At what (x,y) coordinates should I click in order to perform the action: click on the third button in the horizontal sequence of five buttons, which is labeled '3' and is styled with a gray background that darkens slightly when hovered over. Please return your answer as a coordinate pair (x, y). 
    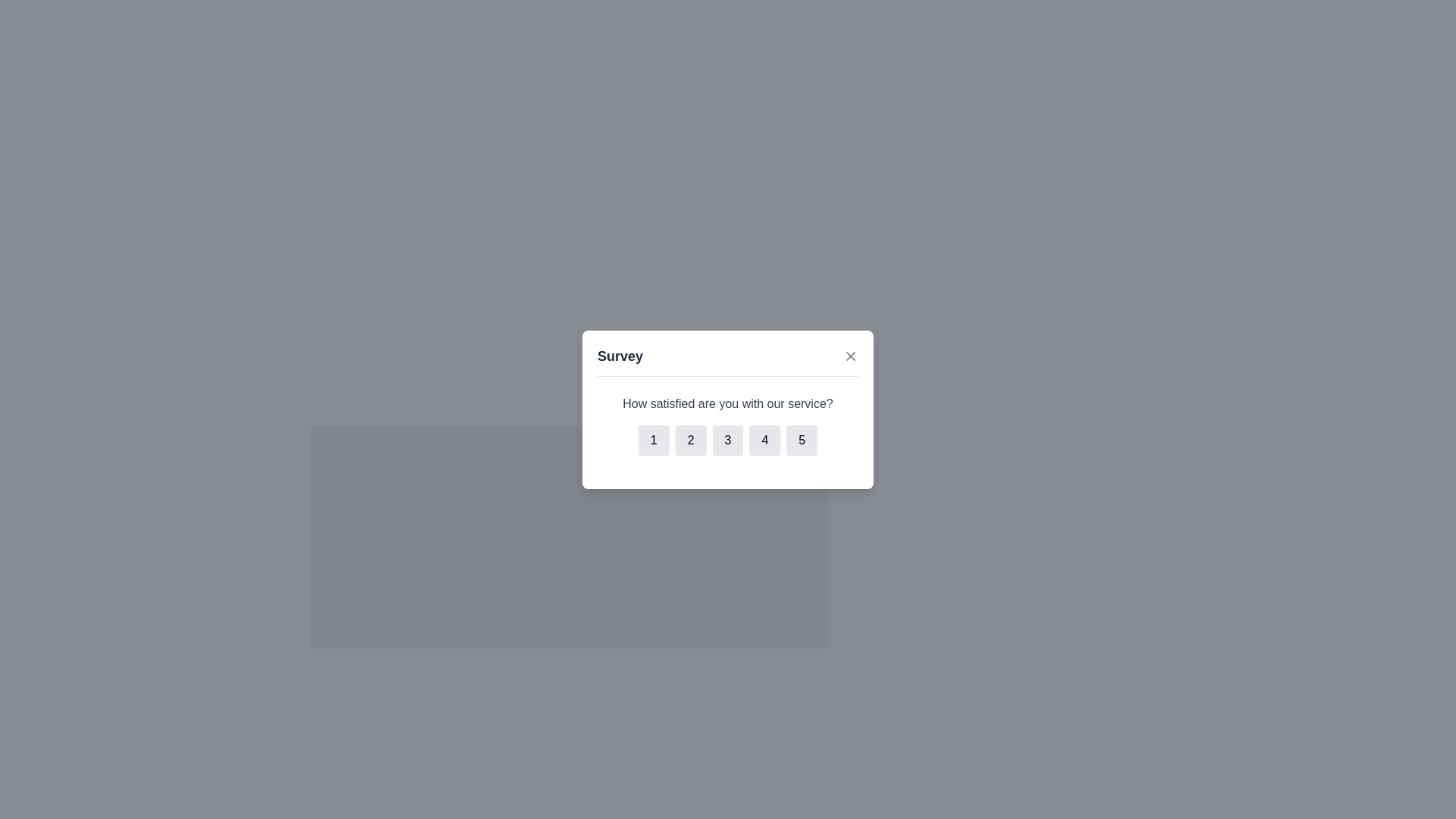
    Looking at the image, I should click on (728, 439).